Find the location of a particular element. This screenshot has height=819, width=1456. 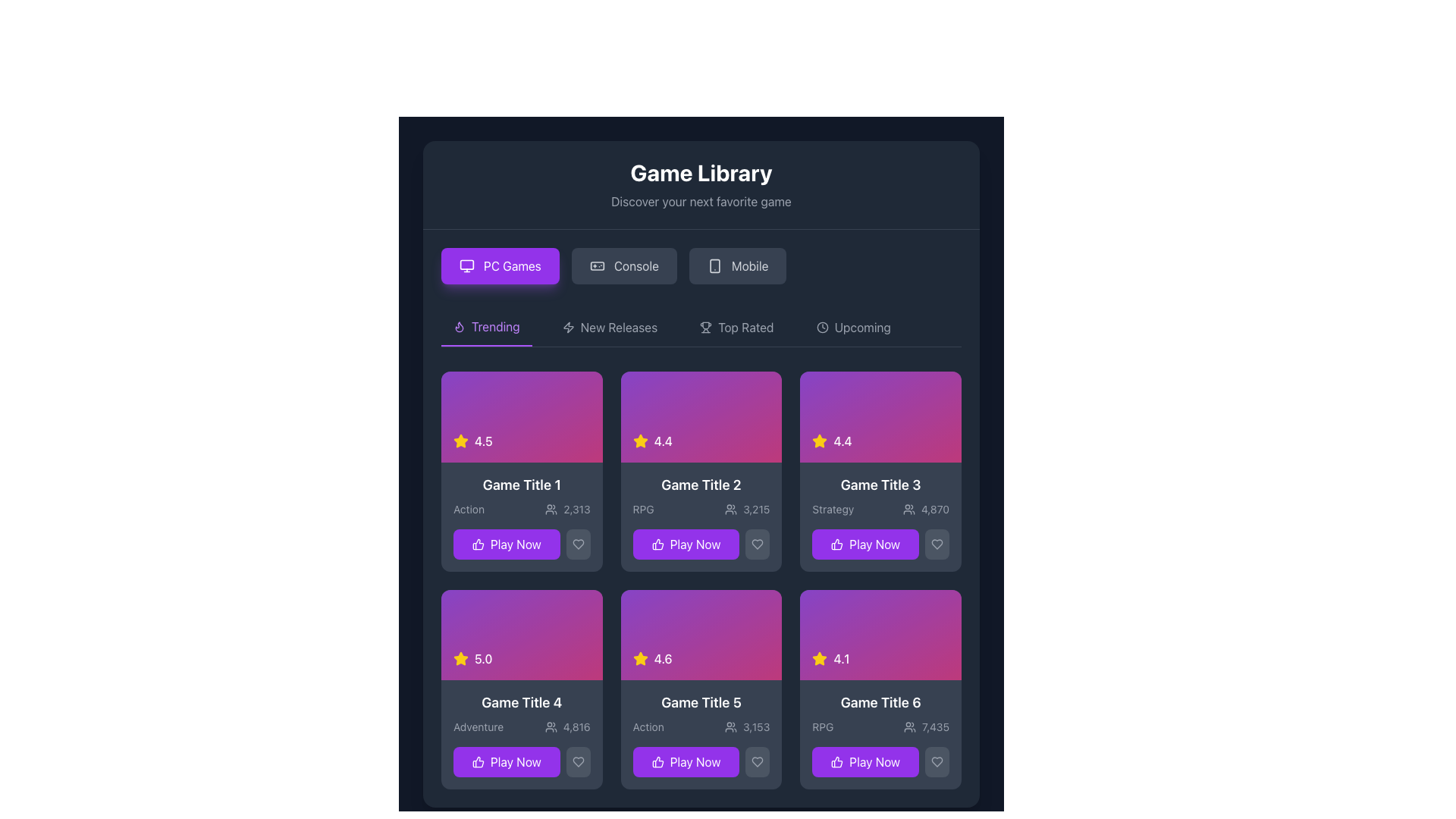

the non-interactive text label indicating the genre category 'Action' for the game titled 'Game Title 5', located just above the Play Now button and to the left of the player count is located at coordinates (648, 726).